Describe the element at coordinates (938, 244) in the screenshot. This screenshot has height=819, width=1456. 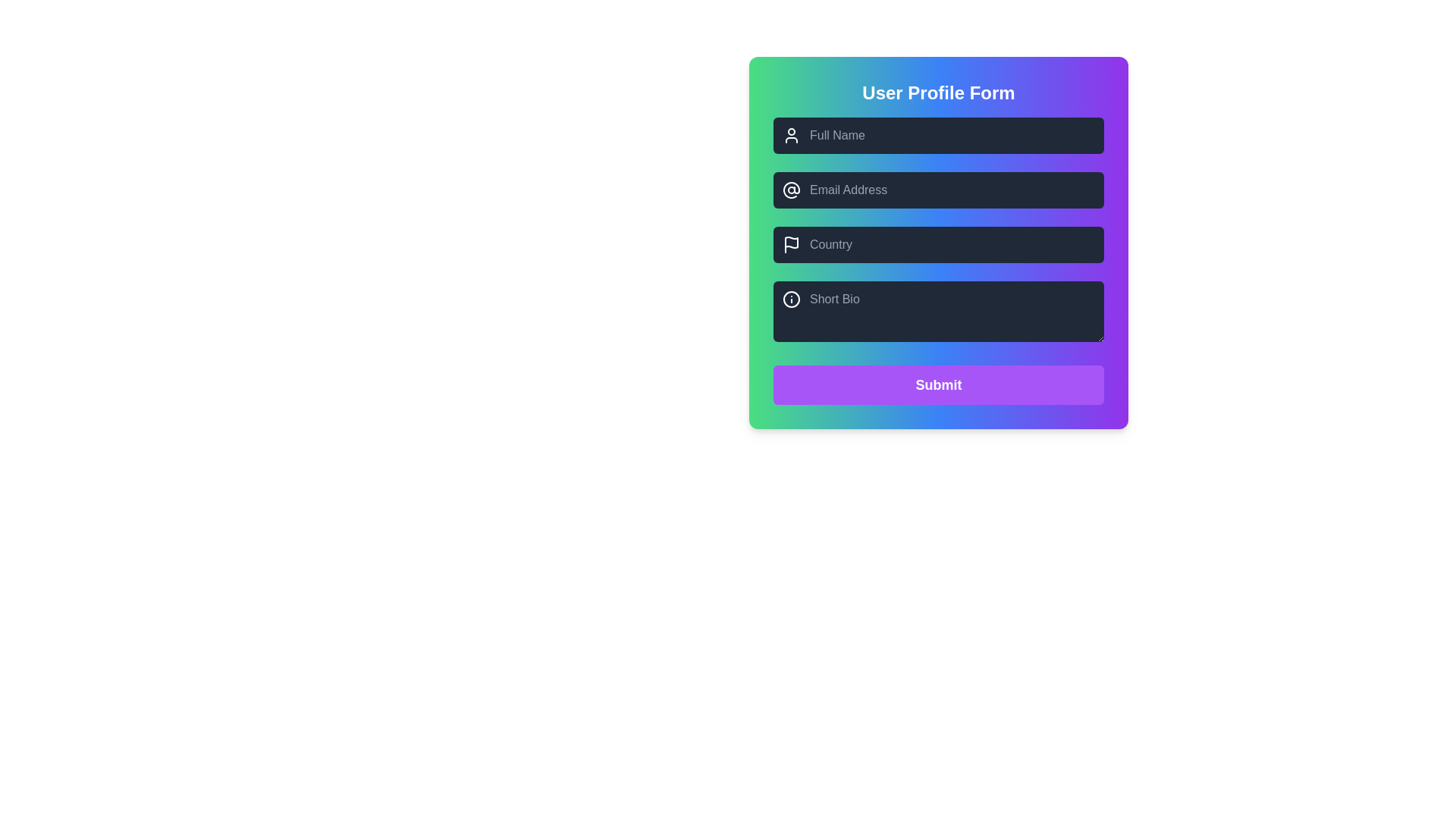
I see `the third input field labeled 'Country' to focus on it` at that location.